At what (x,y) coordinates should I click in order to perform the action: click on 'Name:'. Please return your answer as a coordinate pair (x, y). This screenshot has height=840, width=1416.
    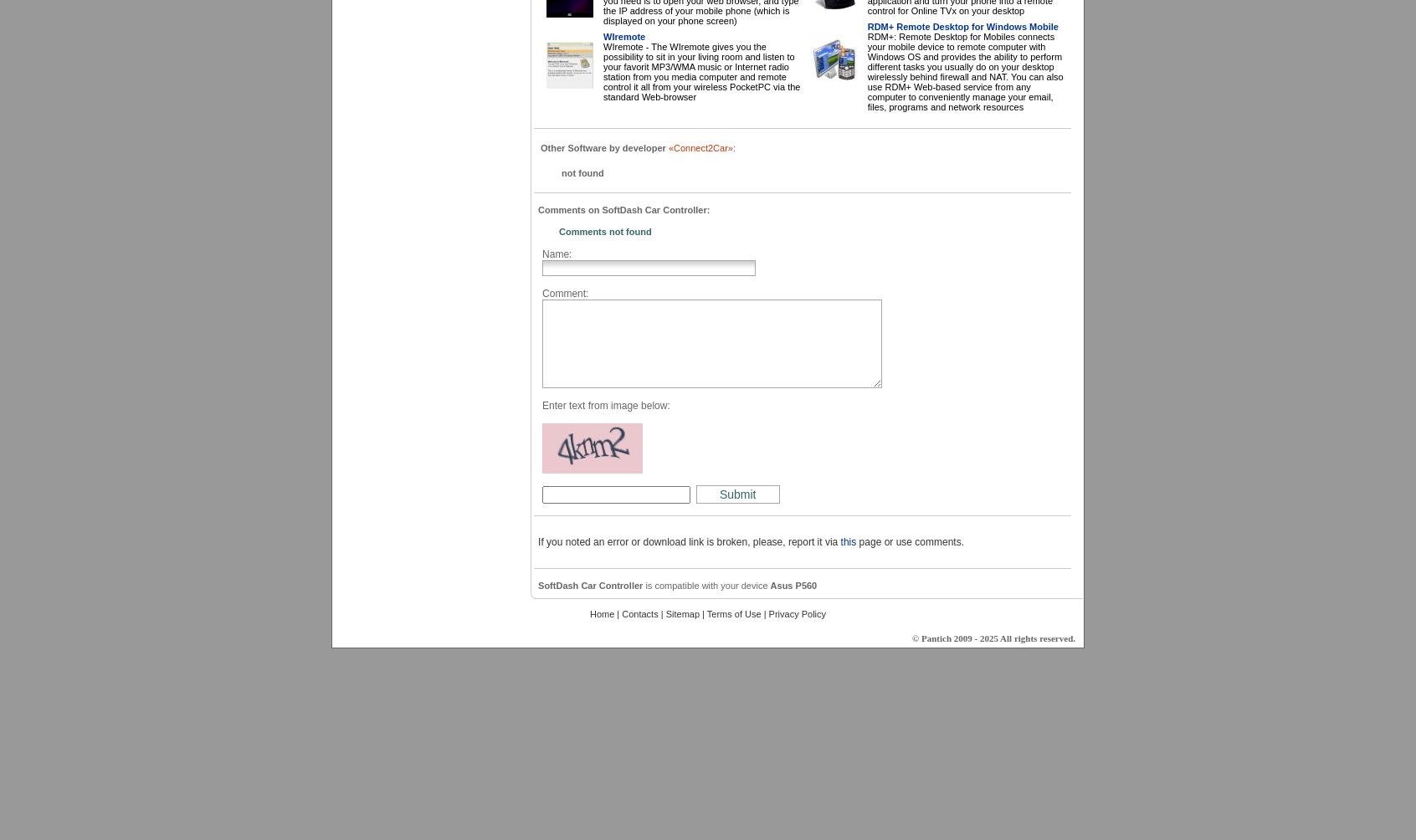
    Looking at the image, I should click on (557, 254).